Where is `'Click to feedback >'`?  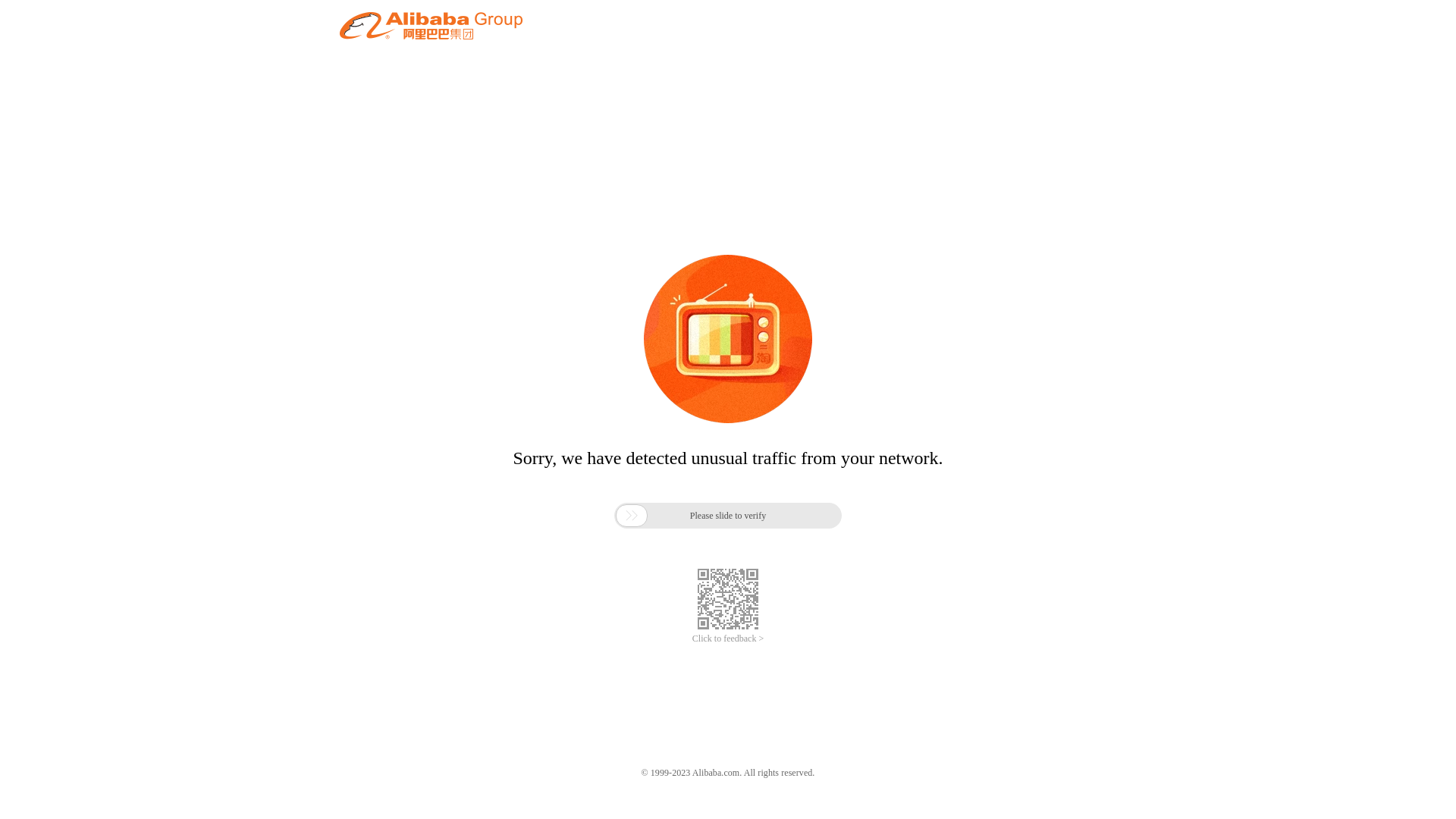 'Click to feedback >' is located at coordinates (691, 639).